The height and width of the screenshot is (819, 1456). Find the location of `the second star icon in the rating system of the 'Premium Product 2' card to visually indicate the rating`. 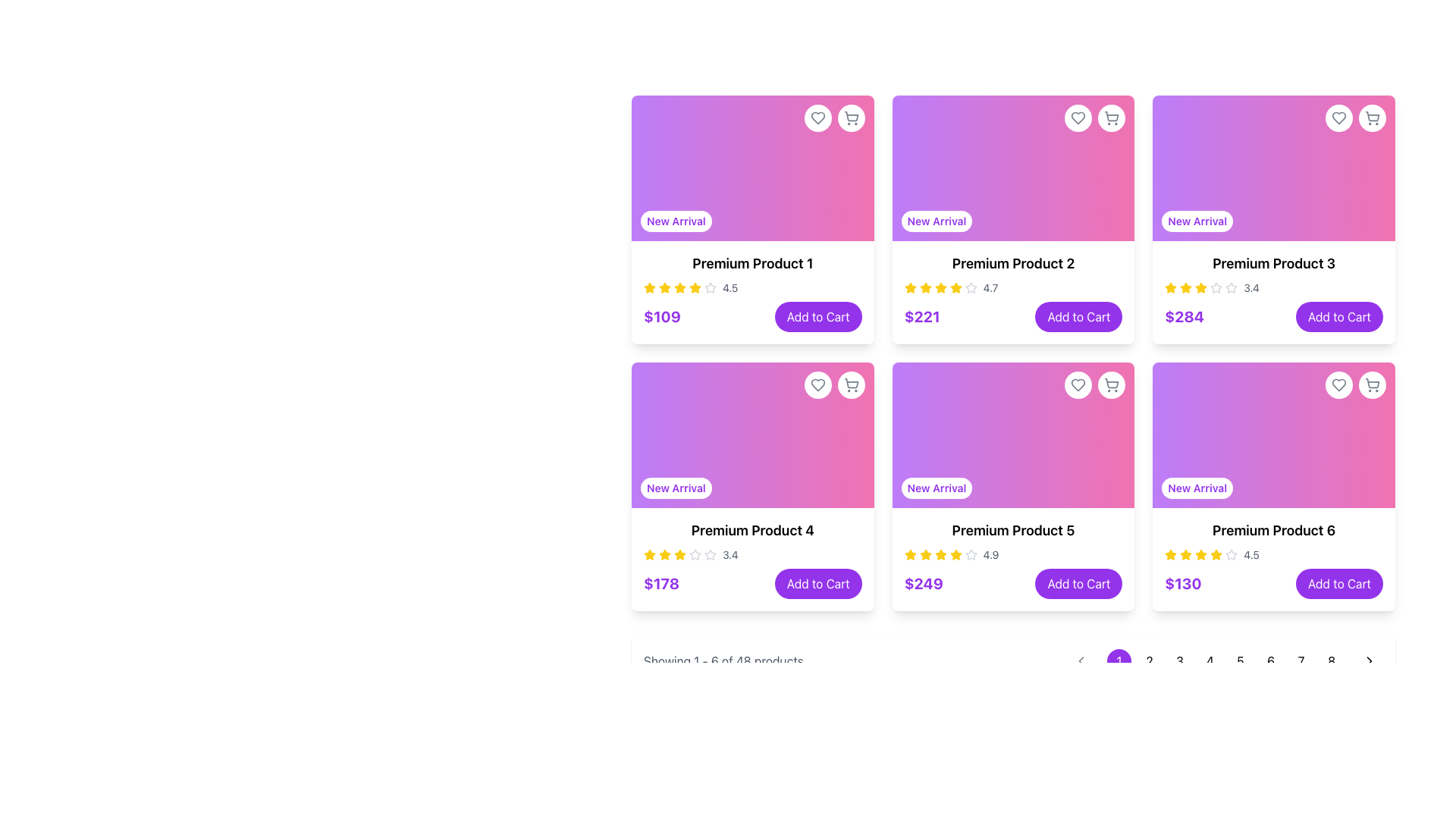

the second star icon in the rating system of the 'Premium Product 2' card to visually indicate the rating is located at coordinates (955, 287).